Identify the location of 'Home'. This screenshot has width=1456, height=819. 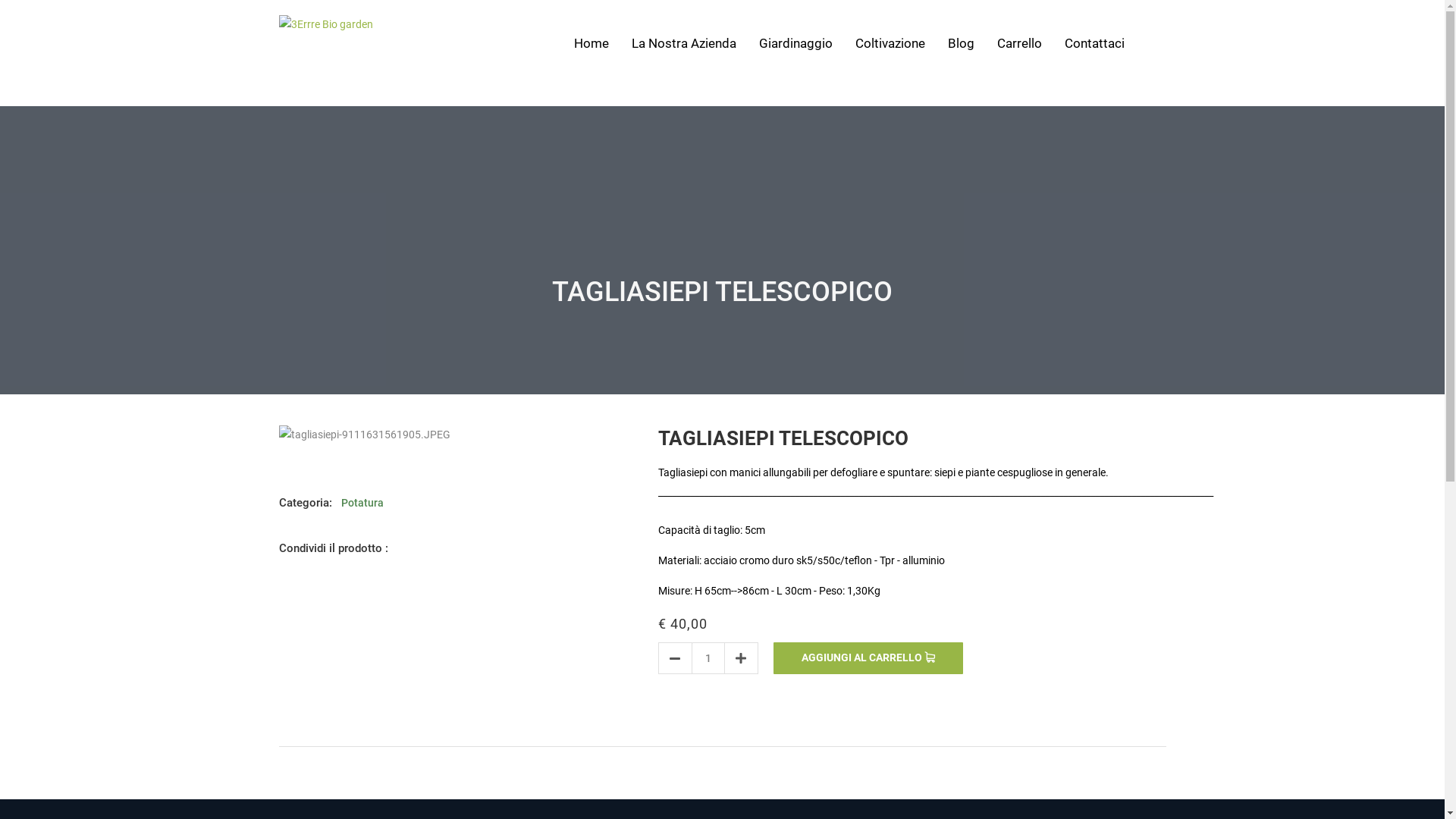
(589, 42).